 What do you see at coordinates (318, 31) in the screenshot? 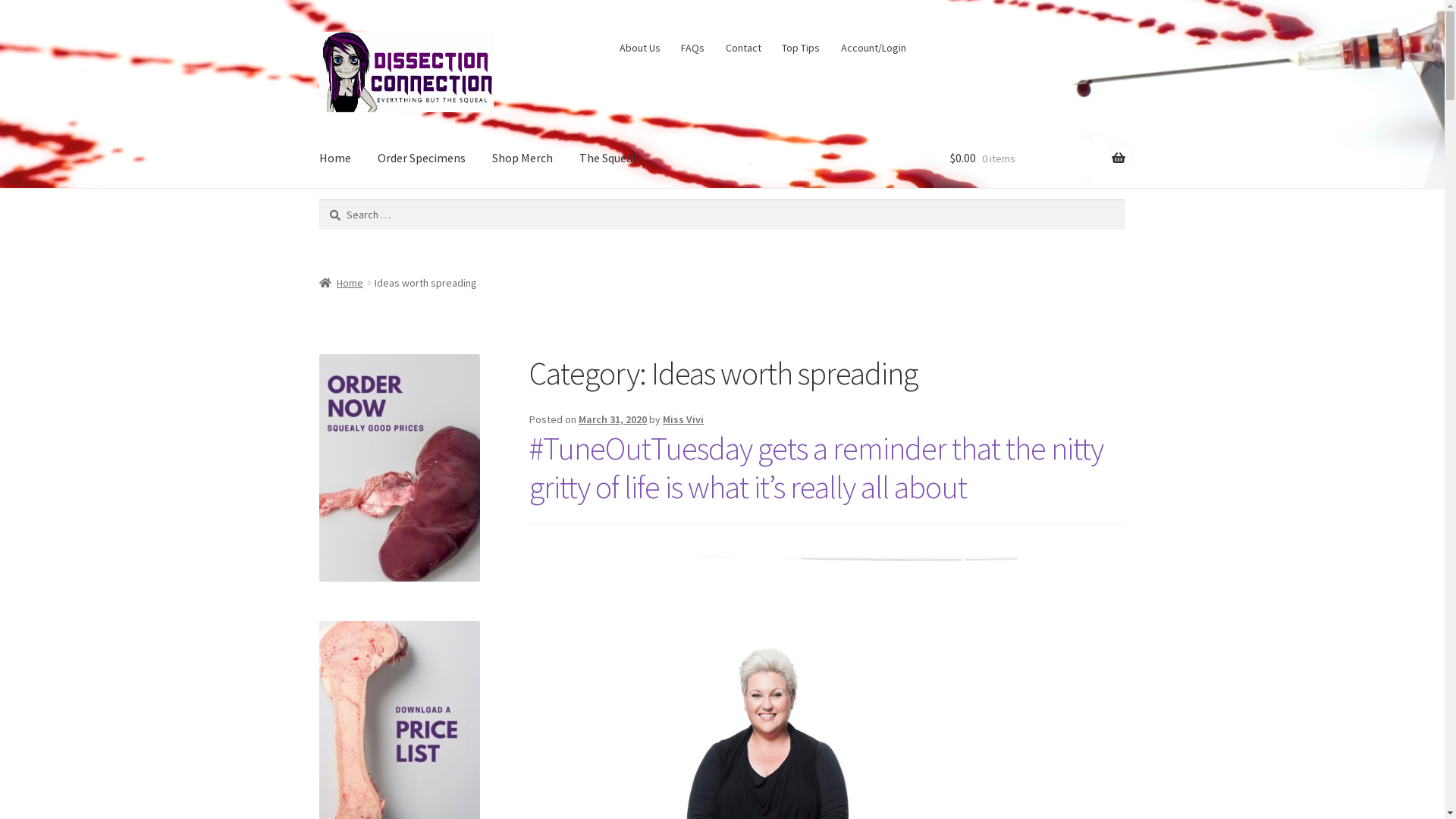
I see `'Skip to navigation'` at bounding box center [318, 31].